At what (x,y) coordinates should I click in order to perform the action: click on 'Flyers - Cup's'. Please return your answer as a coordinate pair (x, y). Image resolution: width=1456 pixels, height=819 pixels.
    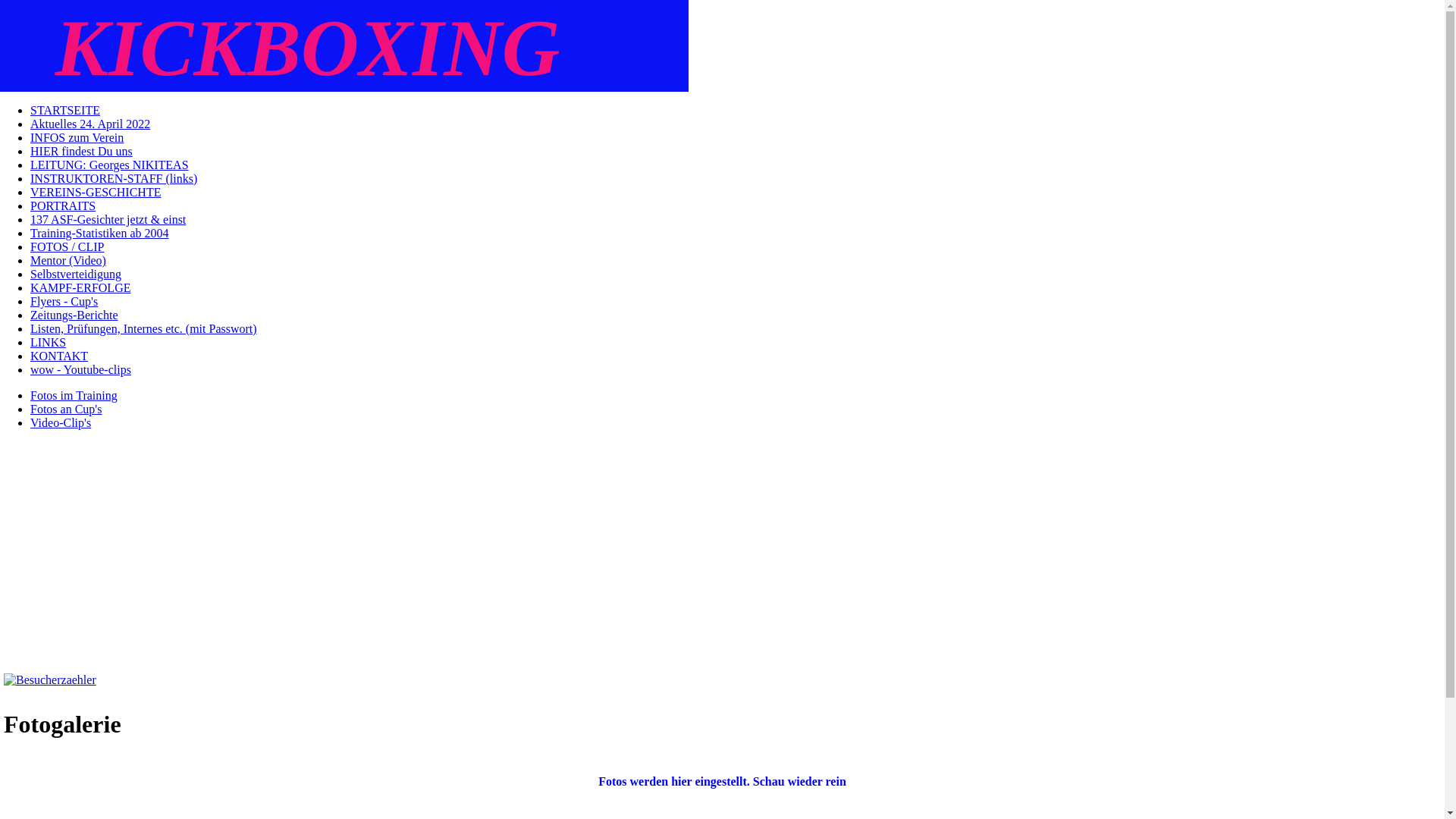
    Looking at the image, I should click on (63, 301).